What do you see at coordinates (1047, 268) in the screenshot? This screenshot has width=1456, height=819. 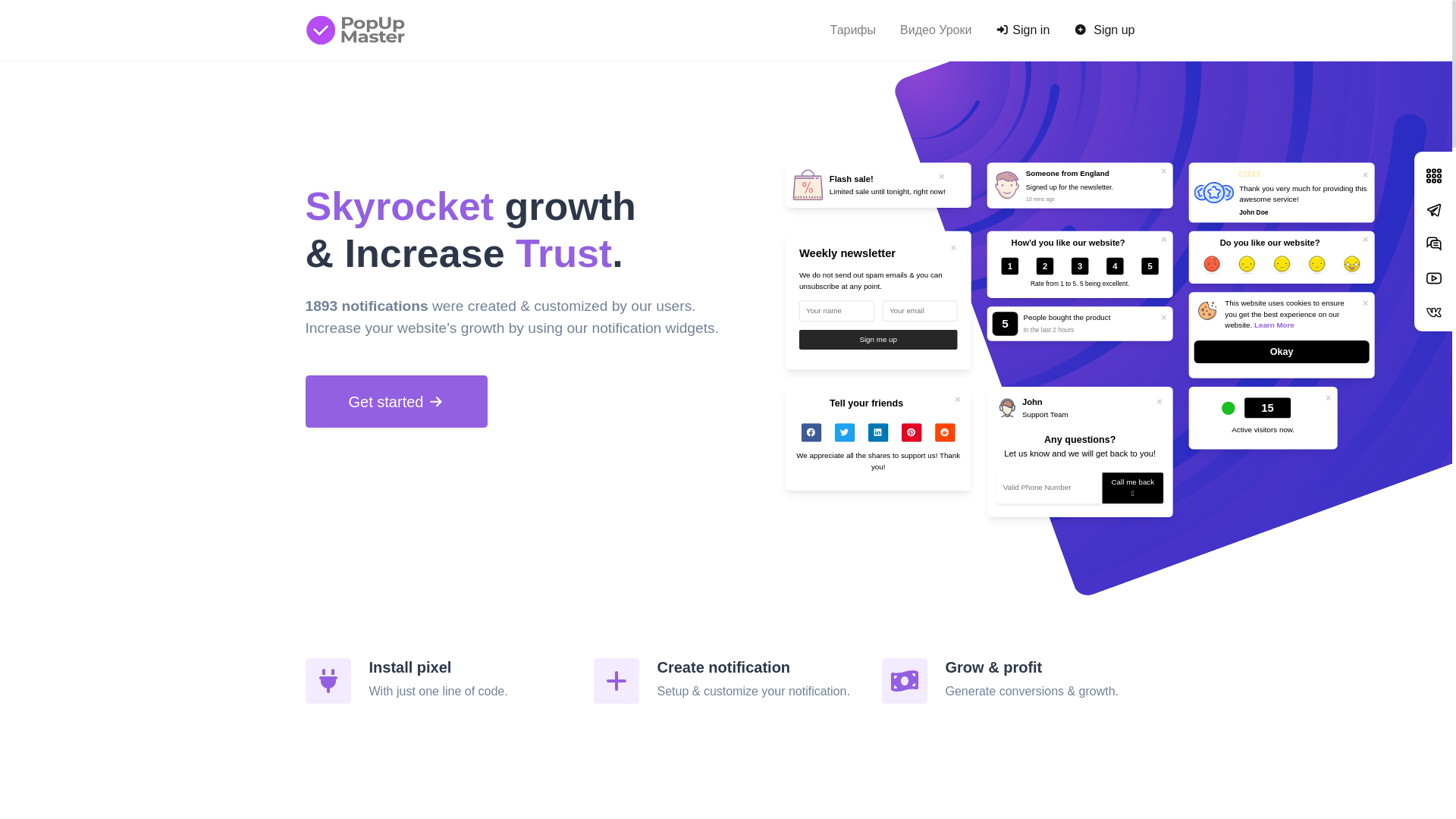 I see `'2'` at bounding box center [1047, 268].